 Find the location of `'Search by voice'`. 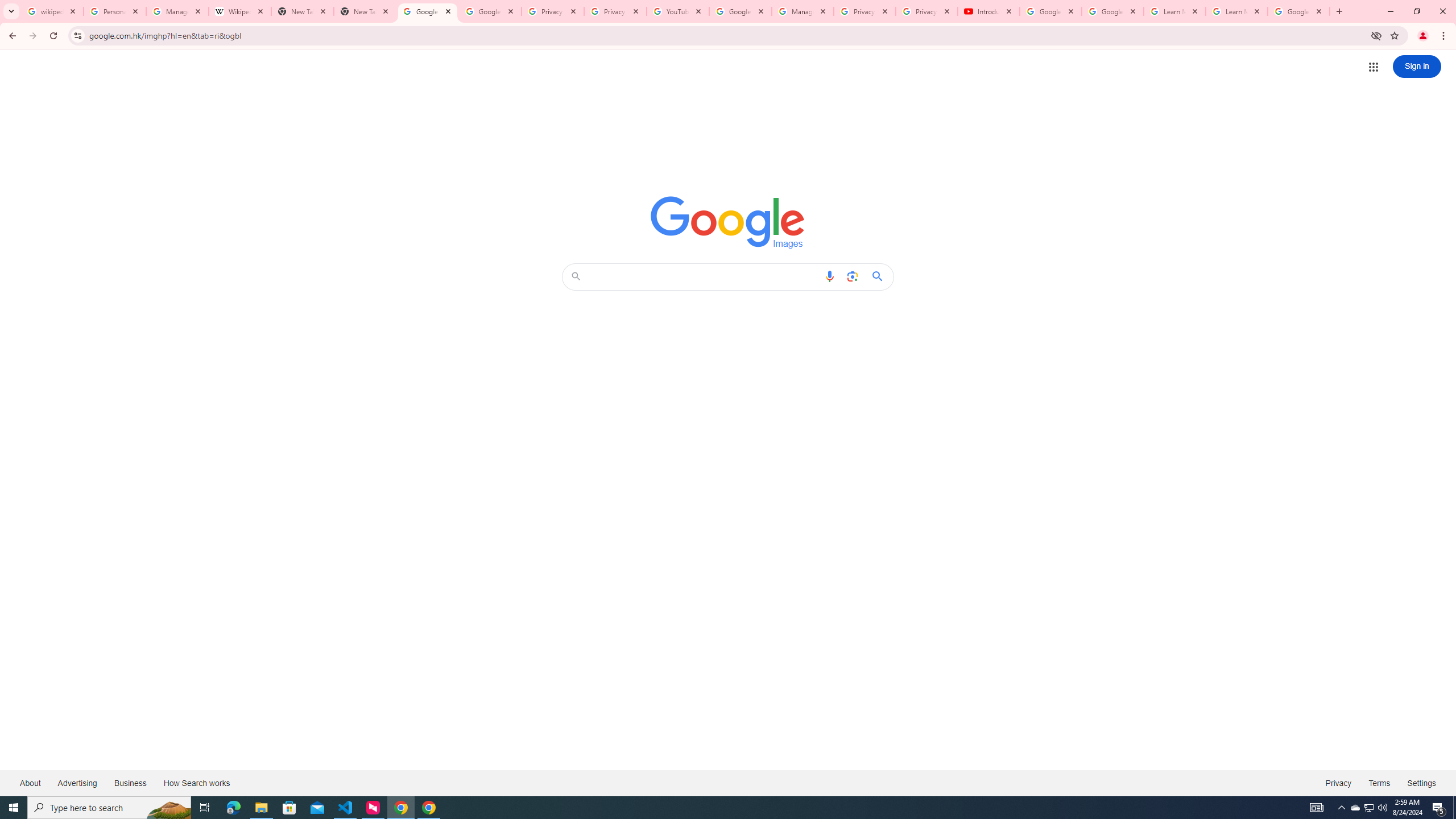

'Search by voice' is located at coordinates (830, 276).